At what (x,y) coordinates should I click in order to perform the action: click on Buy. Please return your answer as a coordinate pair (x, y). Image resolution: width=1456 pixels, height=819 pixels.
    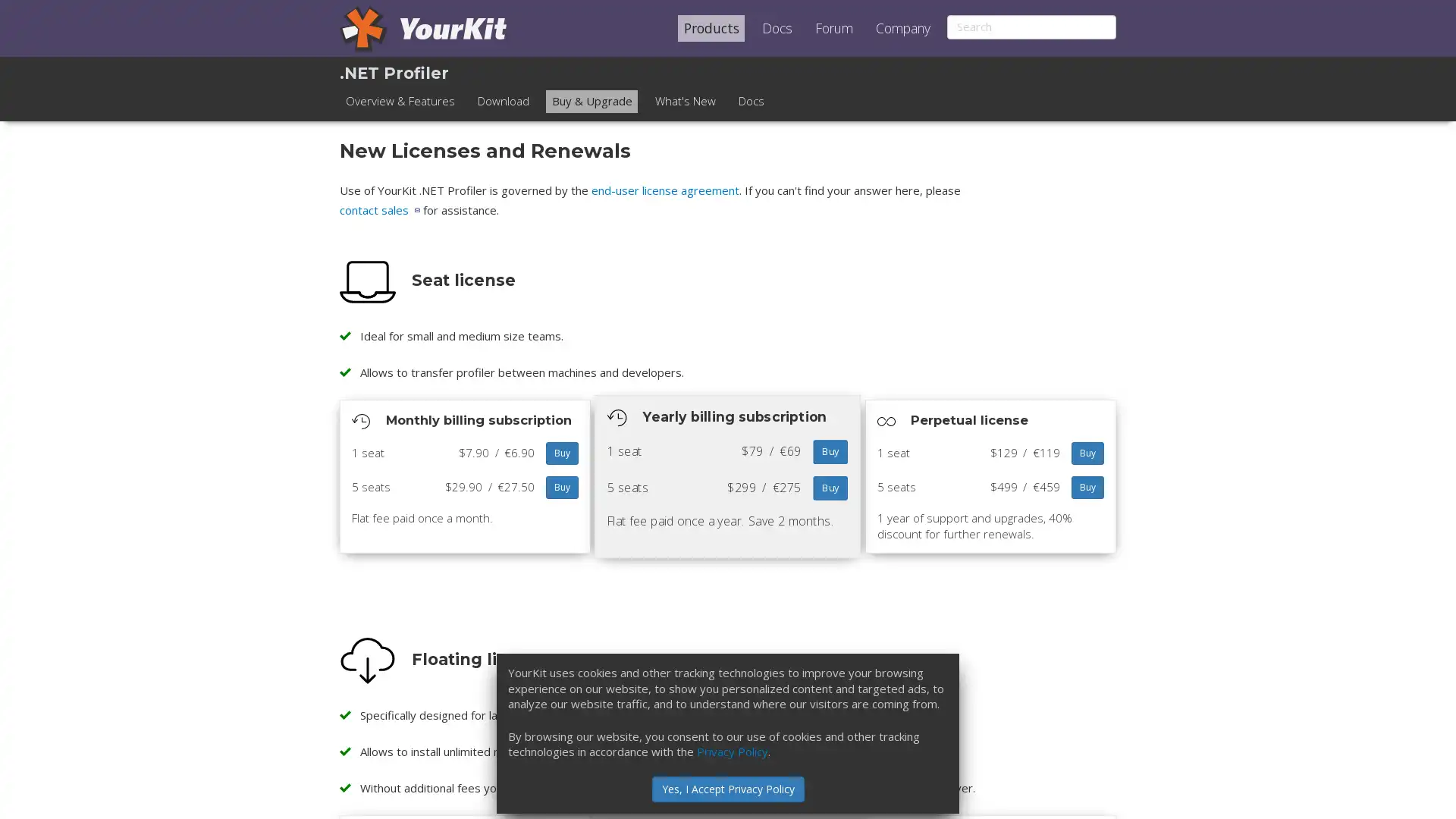
    Looking at the image, I should click on (830, 451).